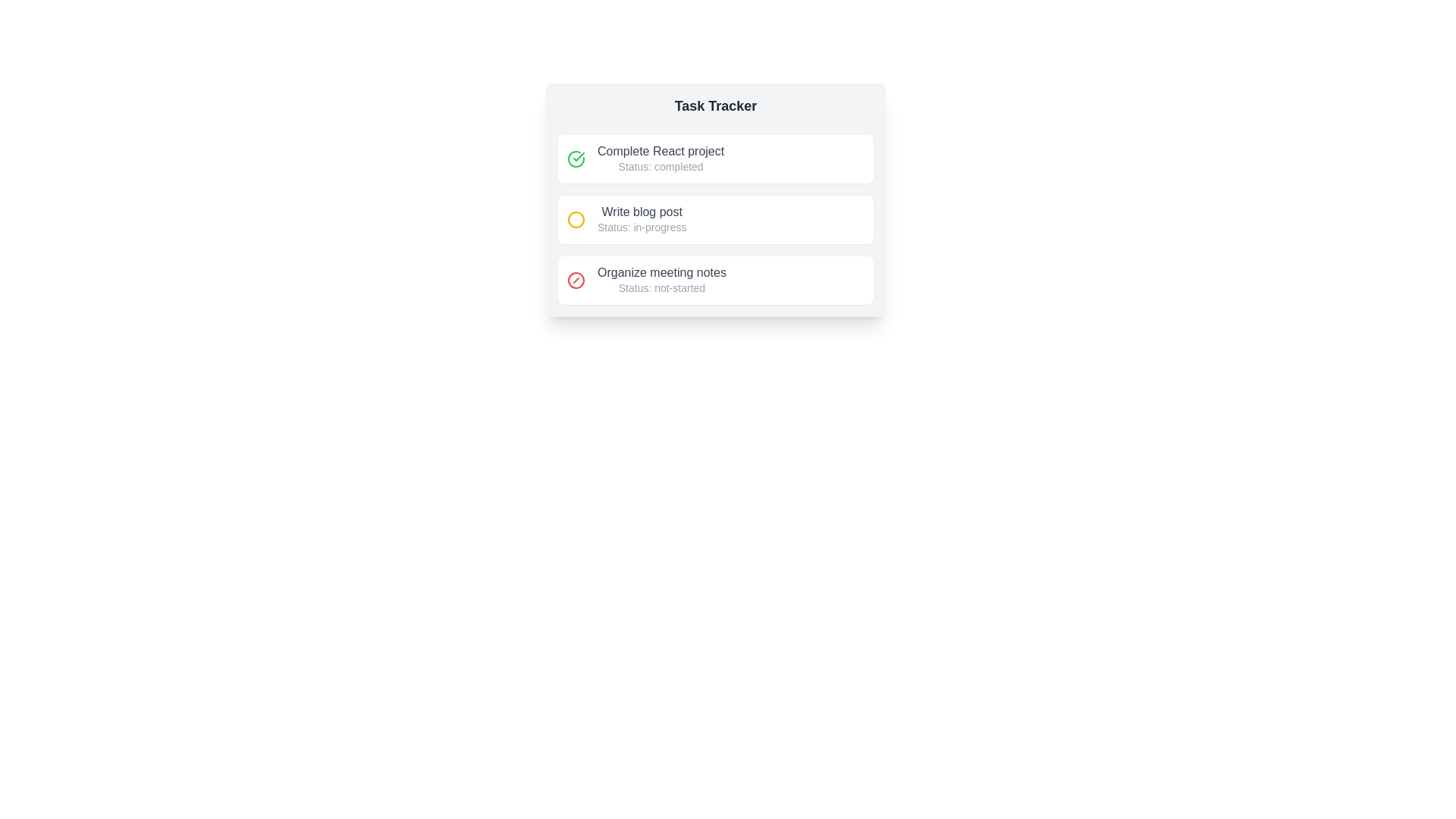  What do you see at coordinates (662, 288) in the screenshot?
I see `the informational text label indicating the status of the task 'Organize meeting notes', which shows it is 'not-started'` at bounding box center [662, 288].